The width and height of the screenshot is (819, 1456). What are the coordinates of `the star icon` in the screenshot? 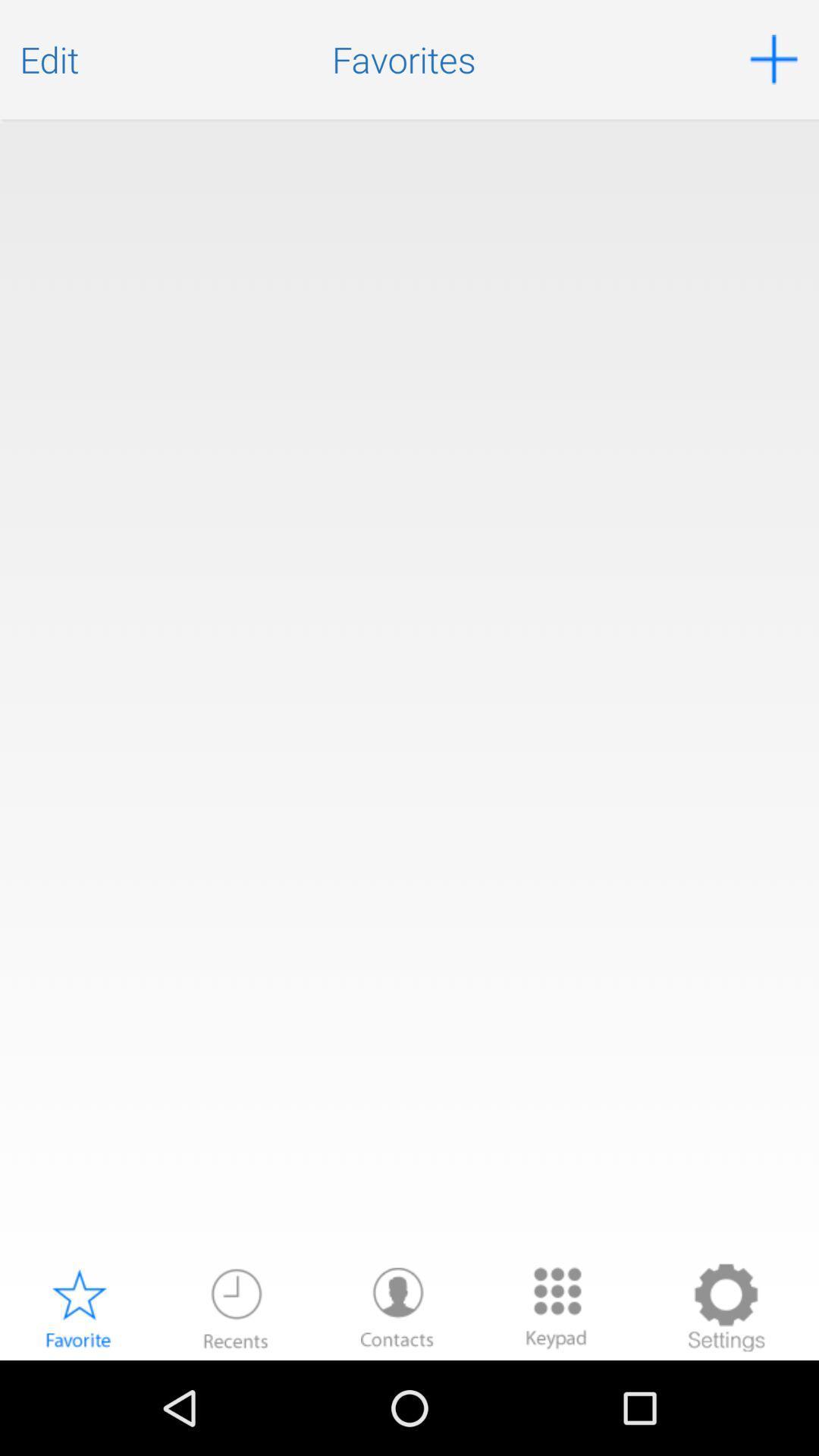 It's located at (78, 1398).